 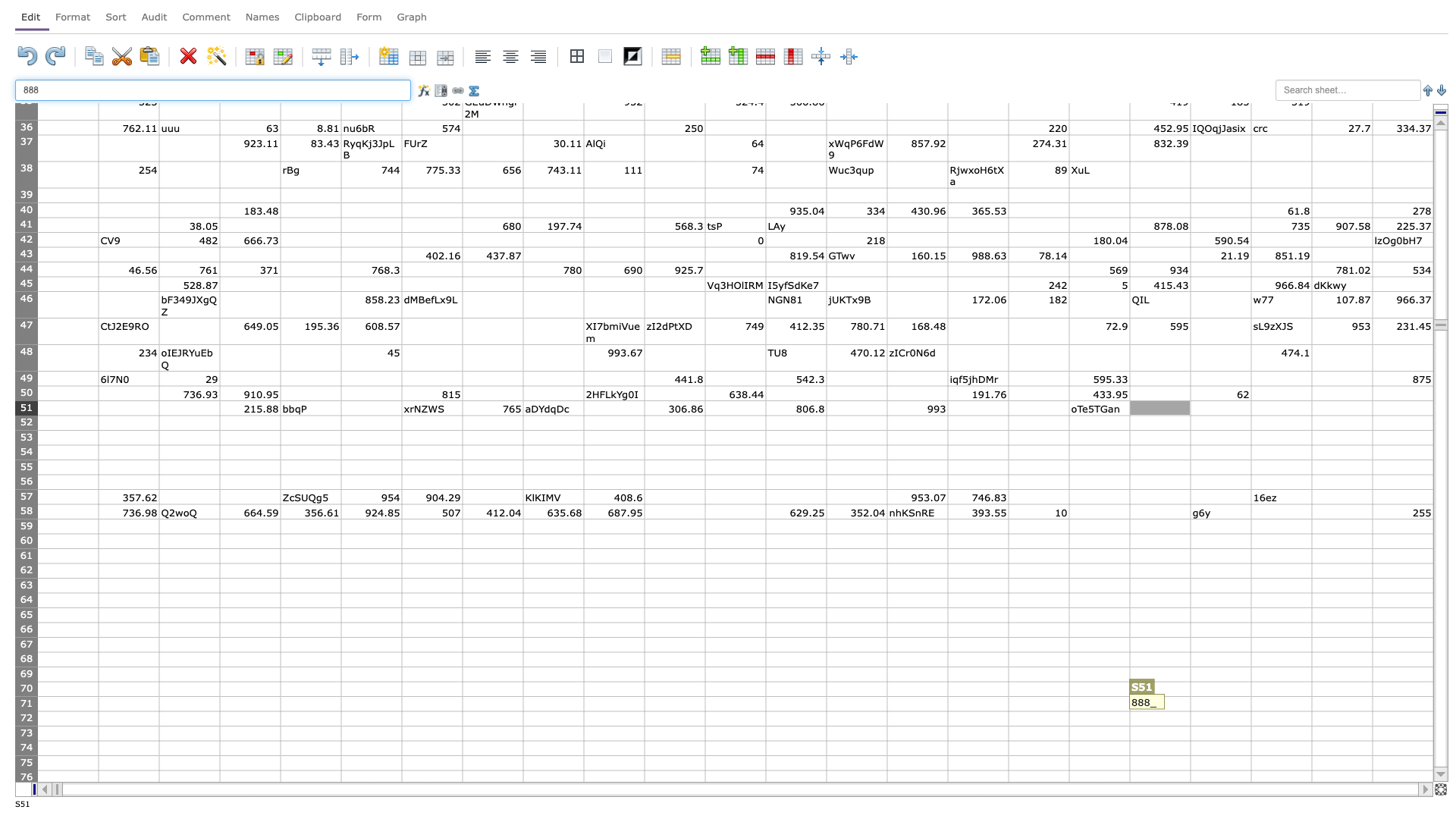 What do you see at coordinates (1251, 711) in the screenshot?
I see `fill handle of cell T71` at bounding box center [1251, 711].